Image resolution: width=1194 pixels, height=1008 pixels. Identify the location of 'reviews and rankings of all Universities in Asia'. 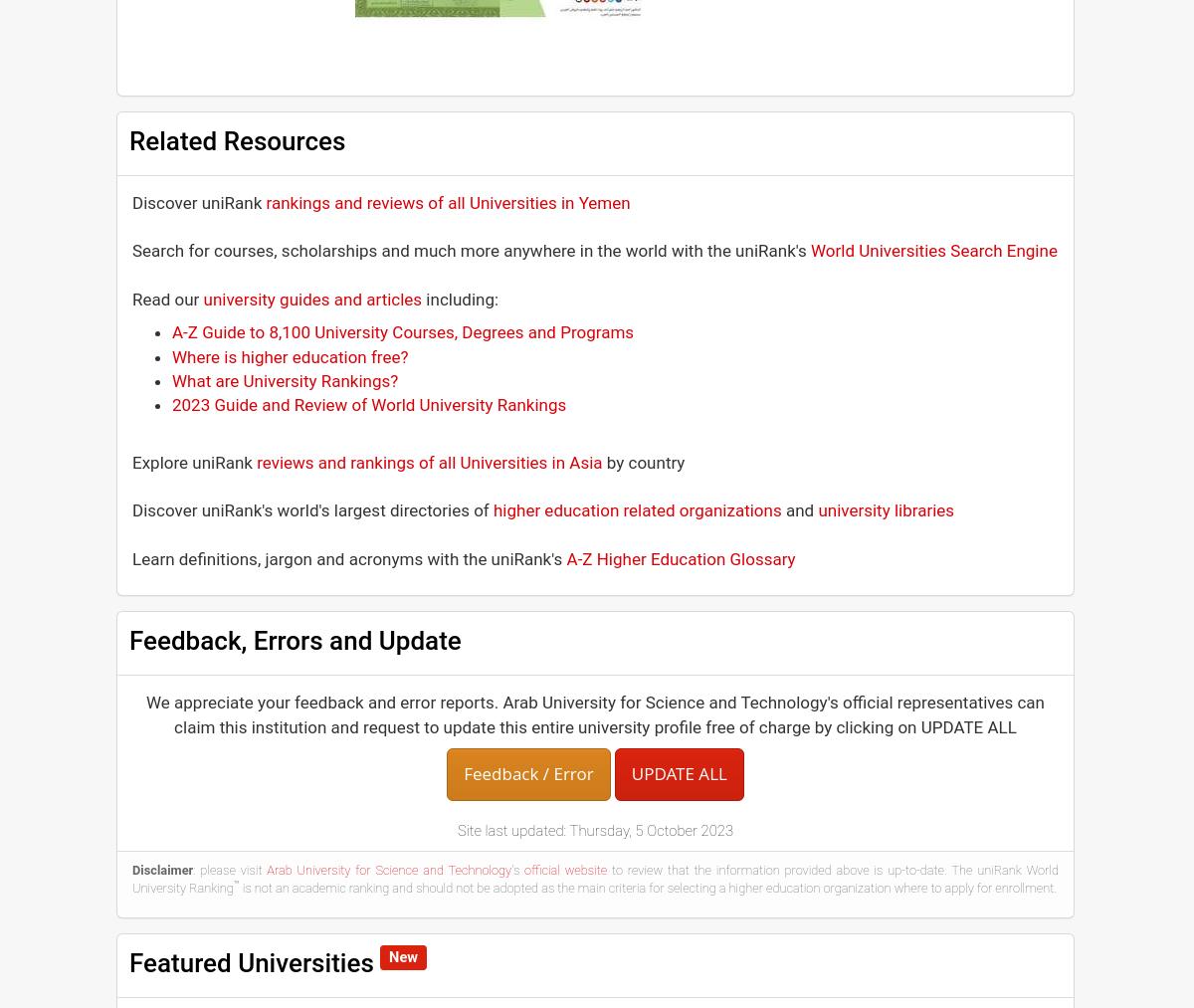
(429, 460).